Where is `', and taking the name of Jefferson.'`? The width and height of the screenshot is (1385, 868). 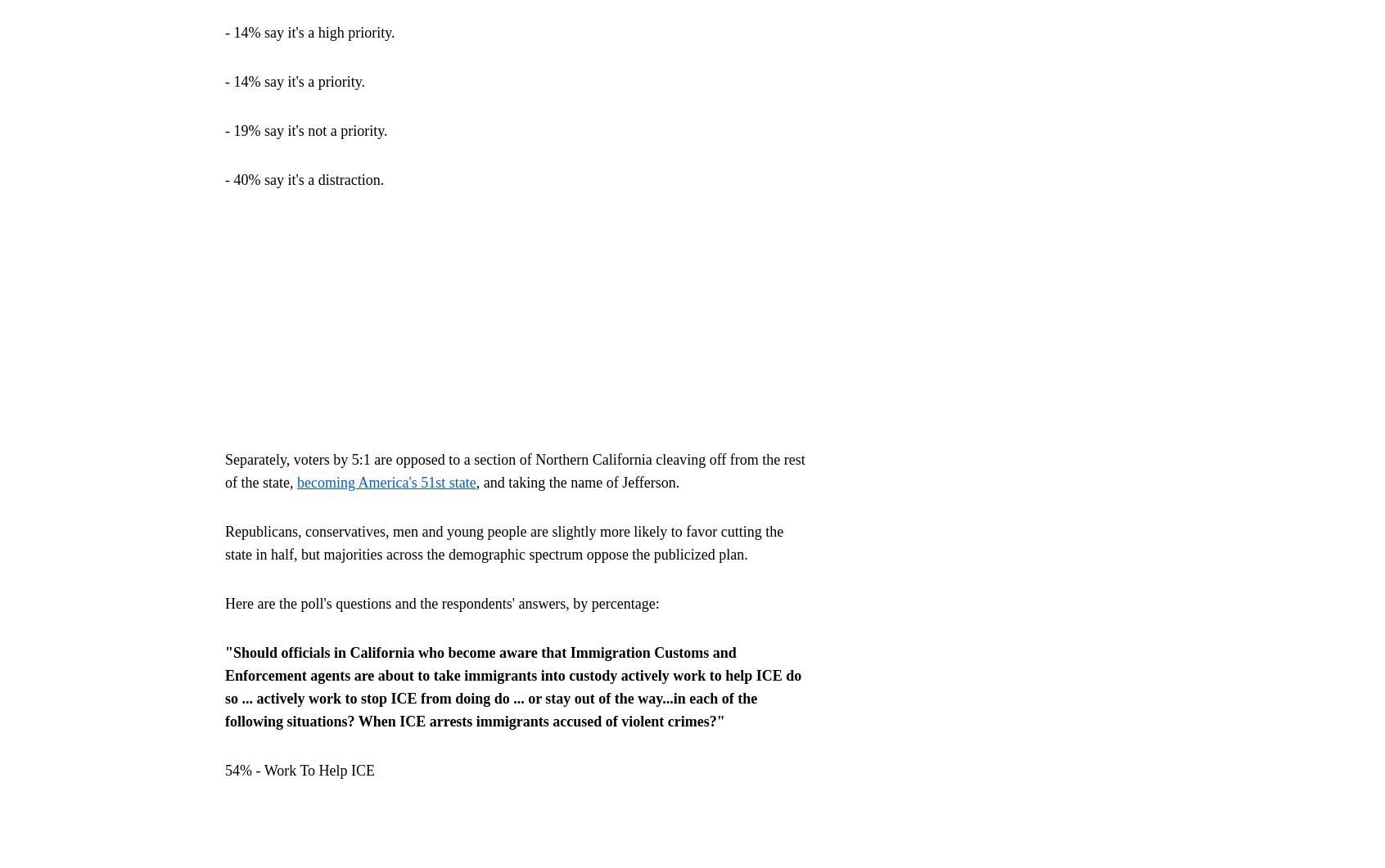
', and taking the name of Jefferson.' is located at coordinates (577, 480).